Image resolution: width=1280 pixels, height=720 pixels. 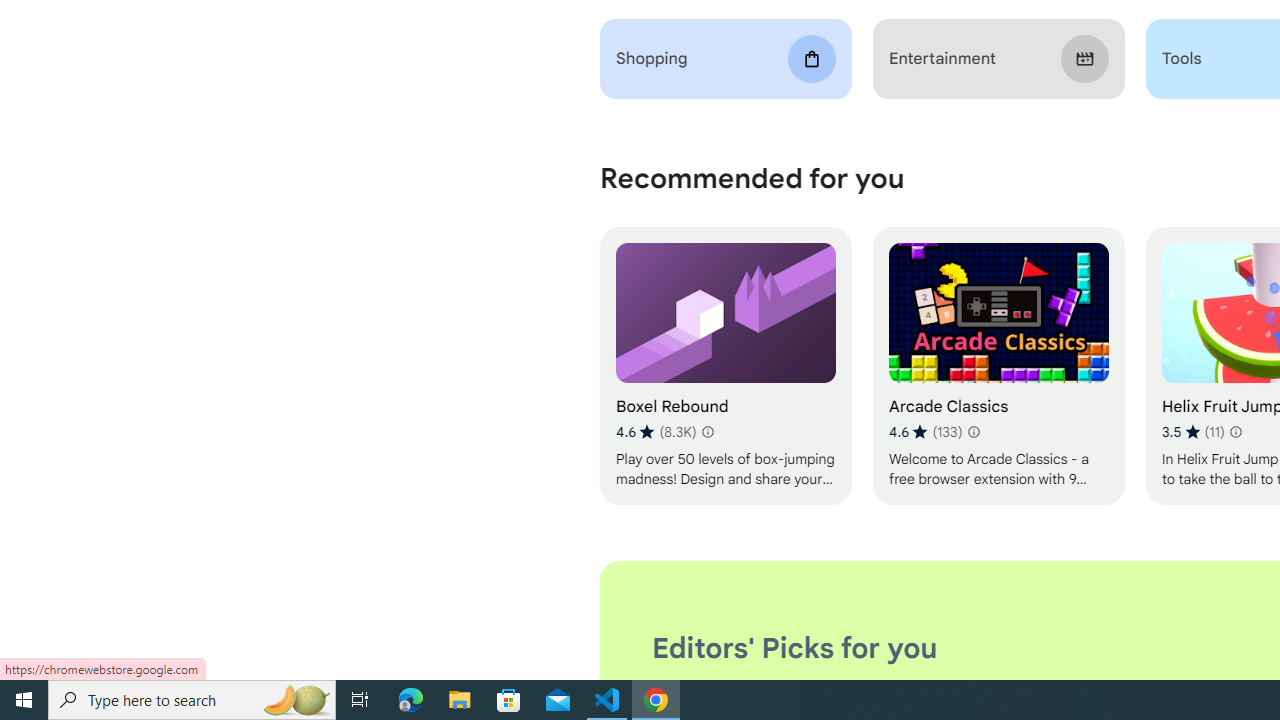 What do you see at coordinates (972, 431) in the screenshot?
I see `'Learn more about results and reviews "Arcade Classics"'` at bounding box center [972, 431].